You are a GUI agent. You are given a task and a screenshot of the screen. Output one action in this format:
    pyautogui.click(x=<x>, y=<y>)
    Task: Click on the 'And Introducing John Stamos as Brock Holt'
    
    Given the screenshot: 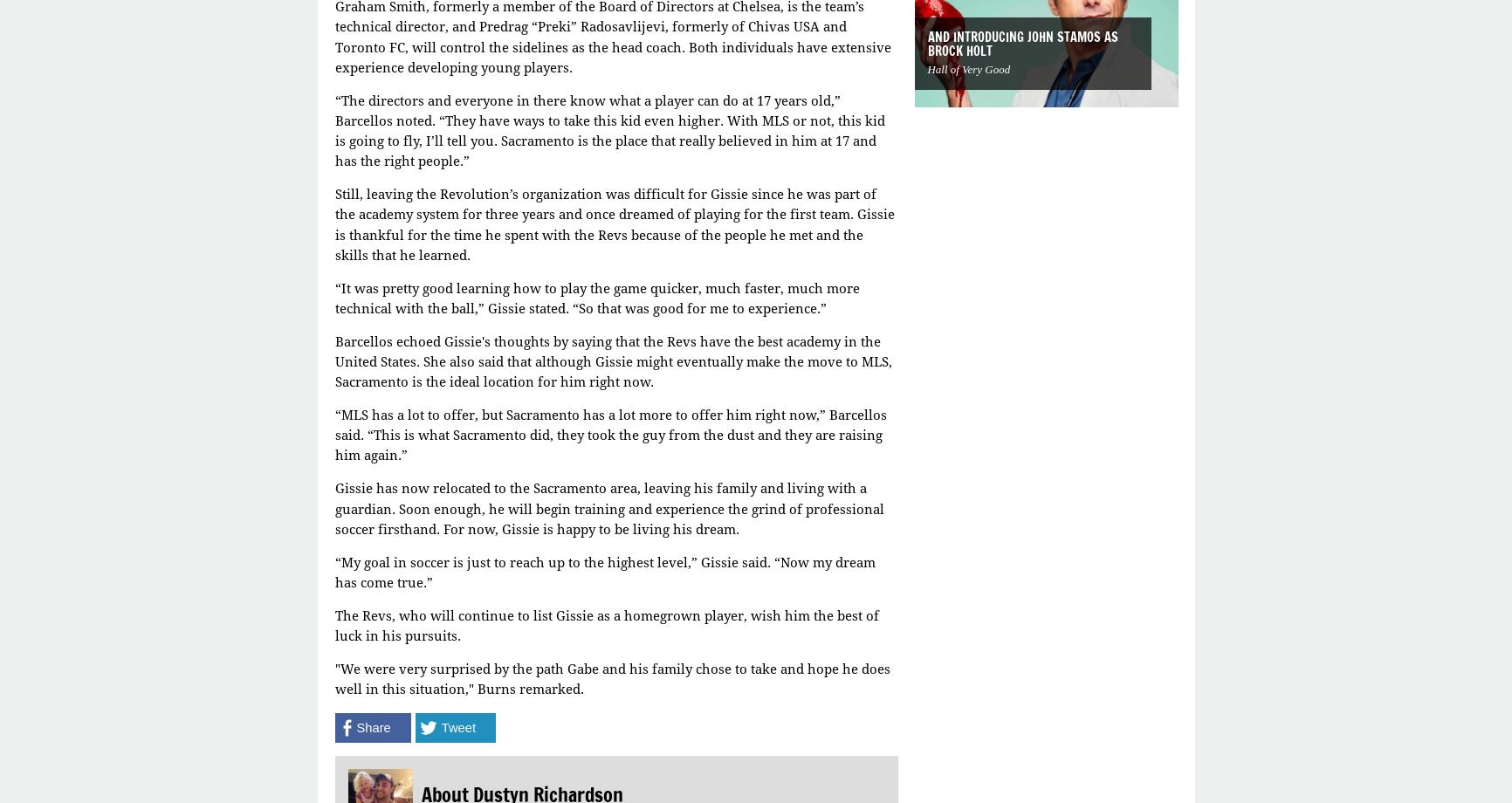 What is the action you would take?
    pyautogui.click(x=927, y=44)
    